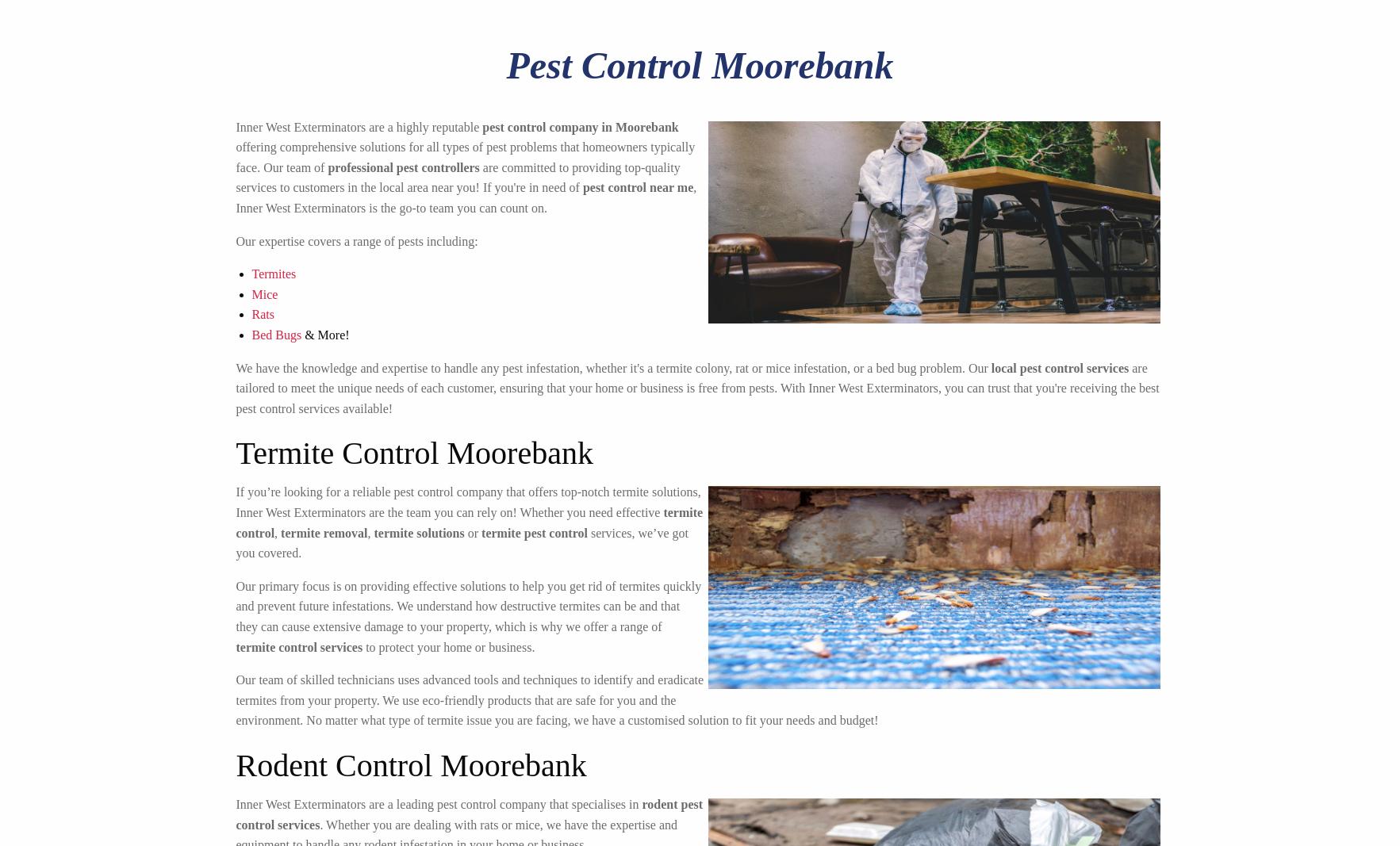 This screenshot has height=846, width=1400. I want to click on 'Bed Bugs', so click(275, 334).